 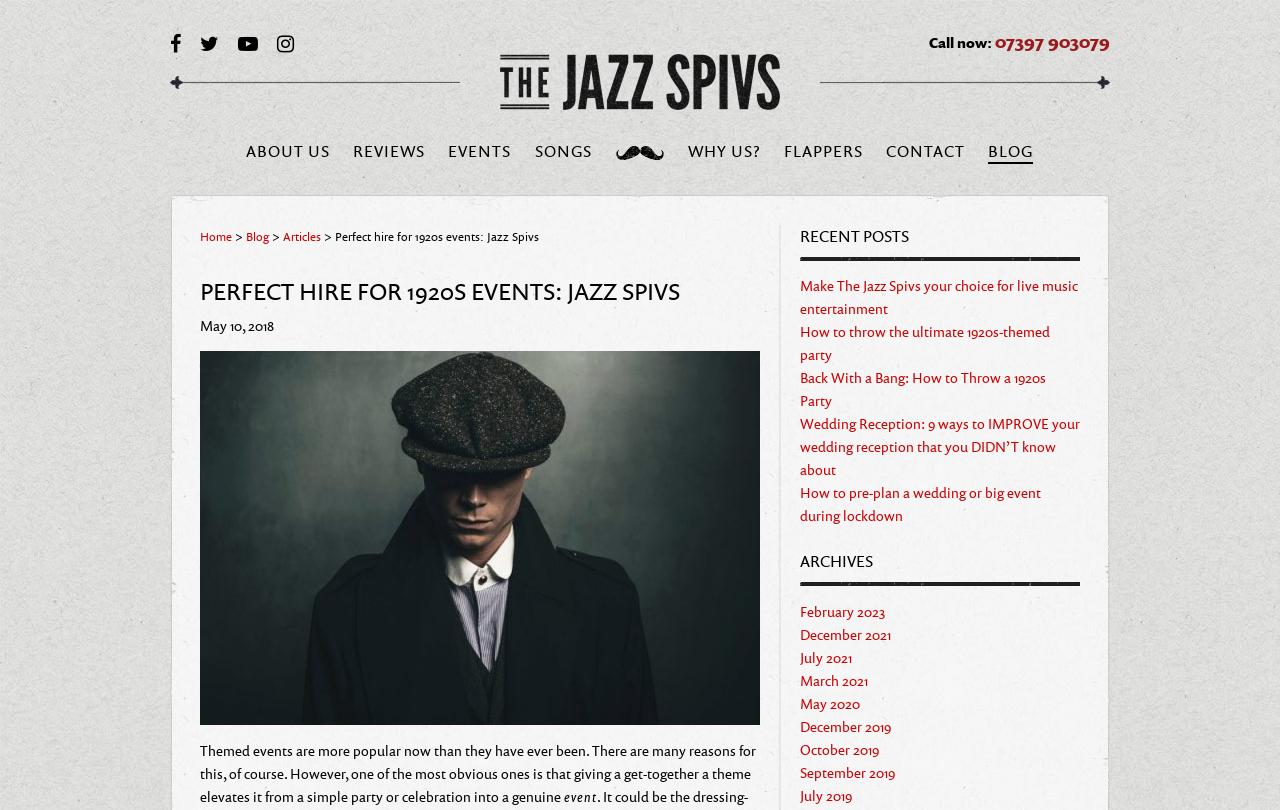 What do you see at coordinates (836, 561) in the screenshot?
I see `'Archives'` at bounding box center [836, 561].